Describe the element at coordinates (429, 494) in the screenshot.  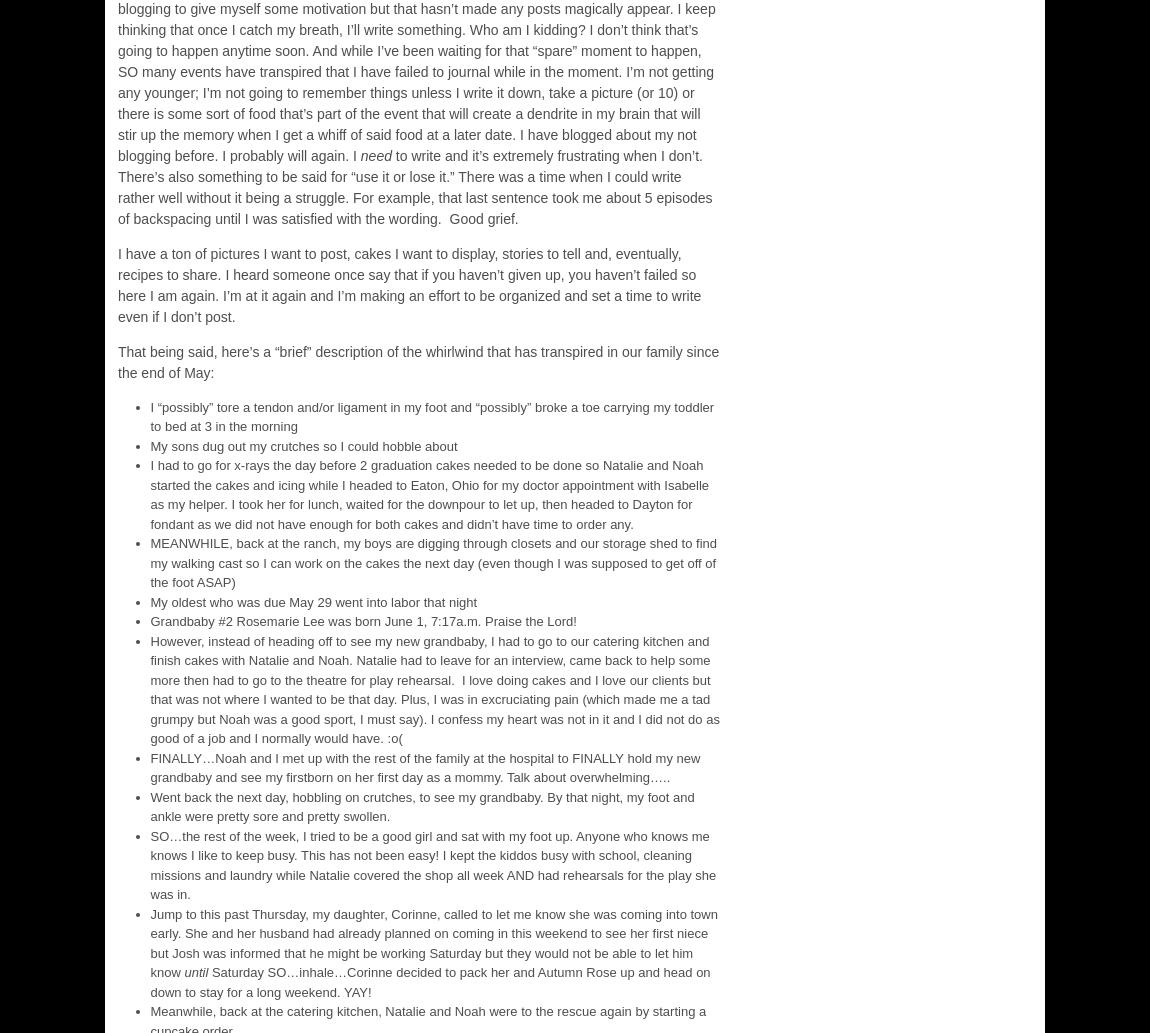
I see `'I had to go for x-rays the day before 2 graduation cakes needed to be done so Natalie and Noah started the cakes and icing while I headed to Eaton, Ohio for my doctor appointment with Isabelle as my helper. I took her for lunch, waited for the downpour to let up, then headed to Dayton for fondant as we did not have enough for both cakes and didn’t have time to order any.'` at that location.